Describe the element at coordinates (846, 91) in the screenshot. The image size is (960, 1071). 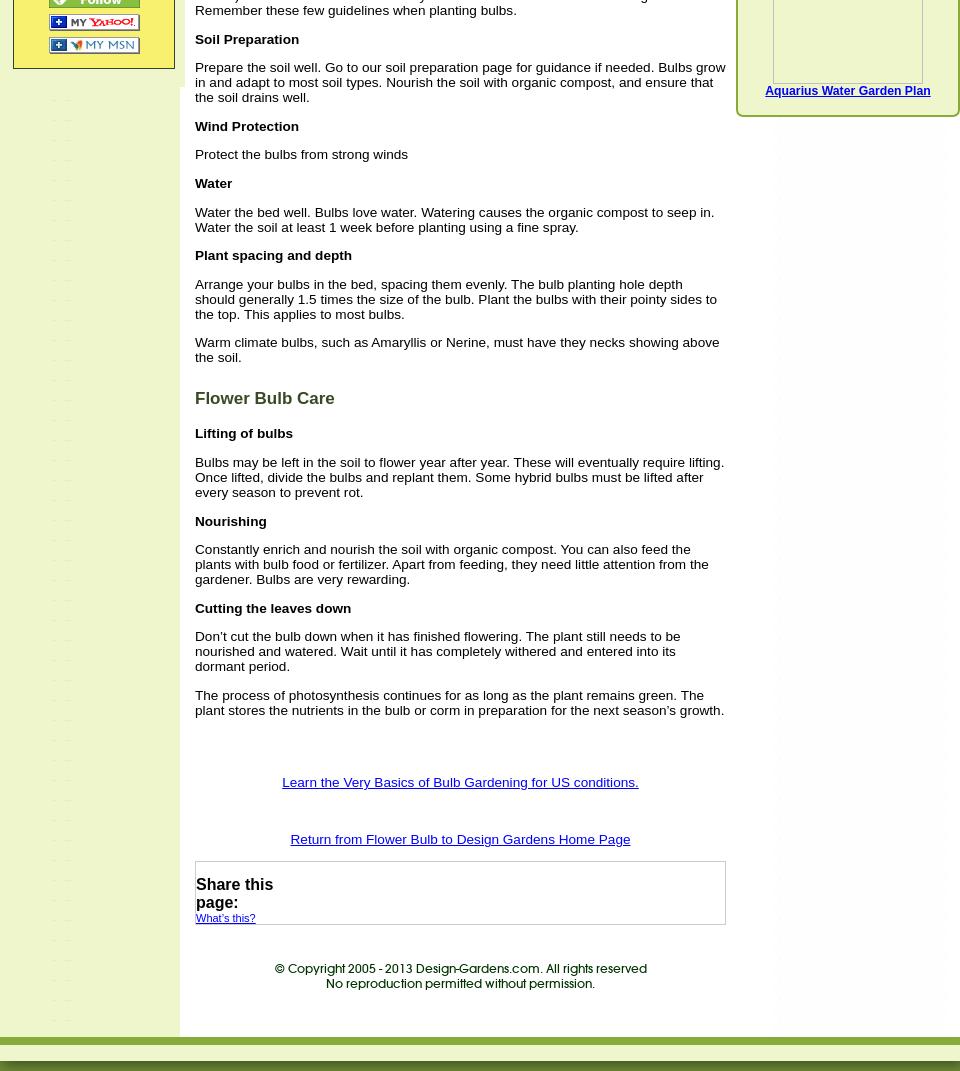
I see `'Aquarius Water Garden Plan'` at that location.